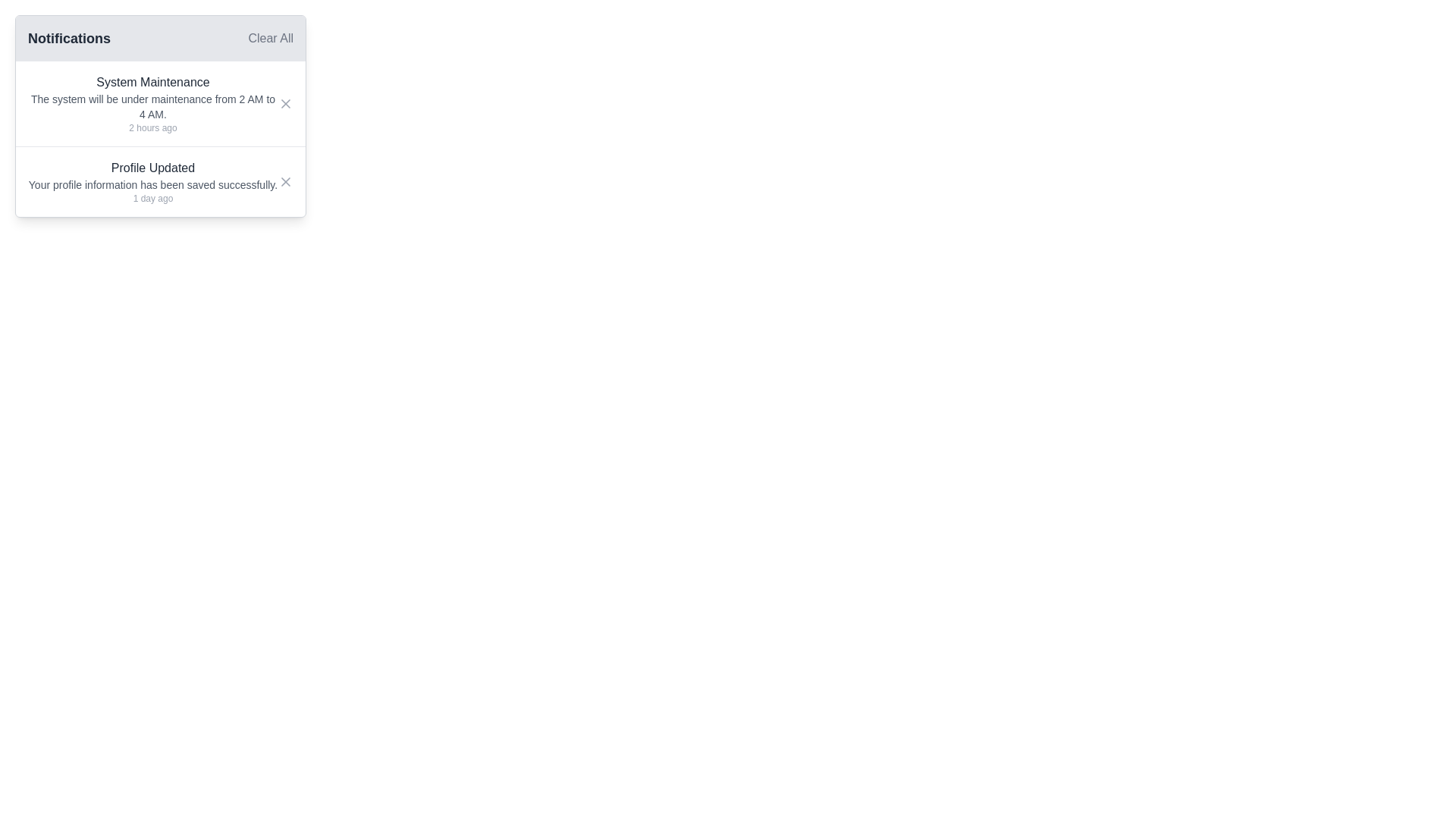 This screenshot has width=1456, height=819. Describe the element at coordinates (152, 106) in the screenshot. I see `information from the Text Label that provides details about the planned system maintenance window, which is located between the title 'System Maintenance' and the timestamp '2 hours ago'` at that location.